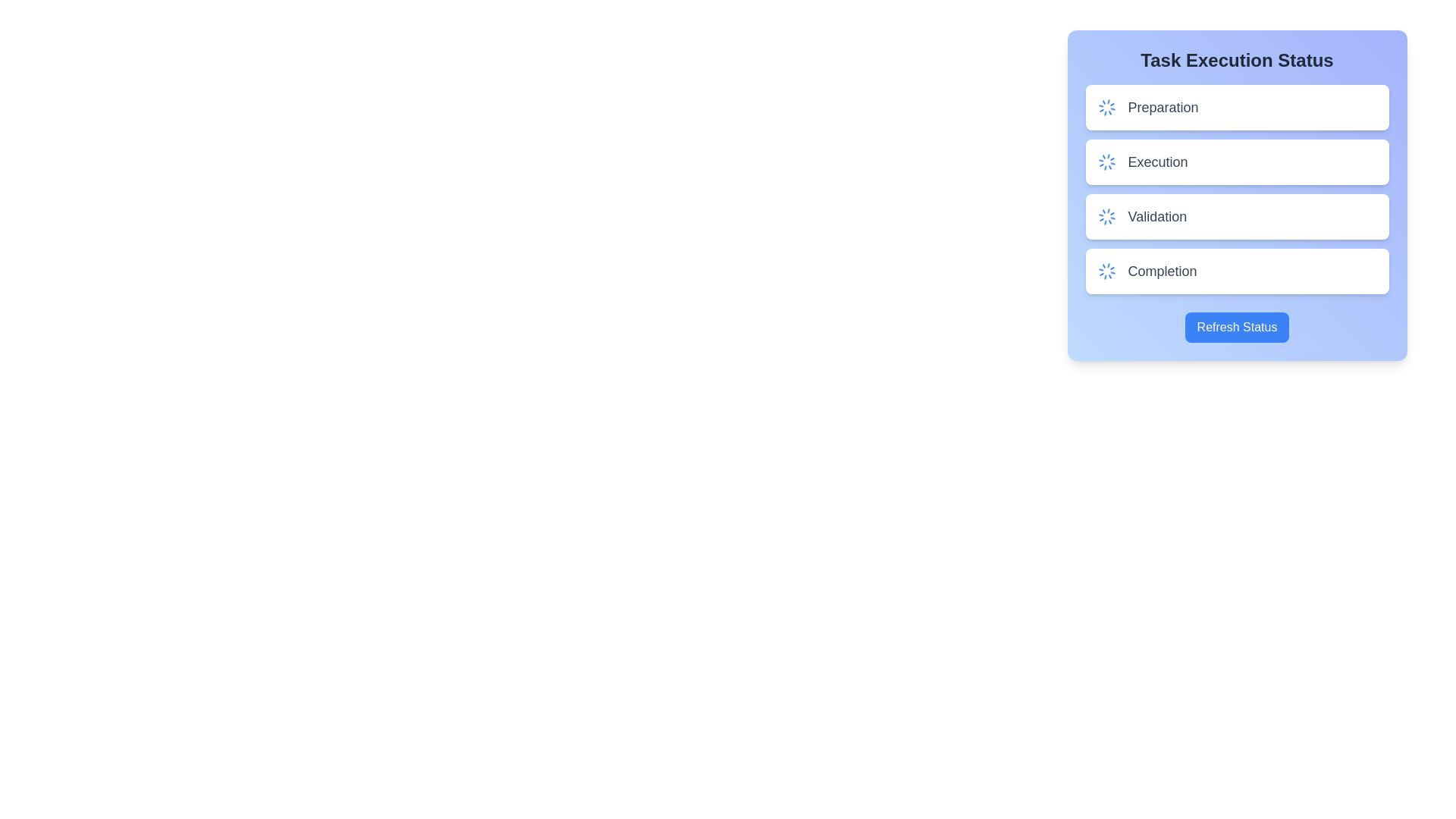 The width and height of the screenshot is (1456, 819). What do you see at coordinates (1106, 107) in the screenshot?
I see `the blue circular spinning loader icon located to the left of the 'Preparation' text in the task status card` at bounding box center [1106, 107].